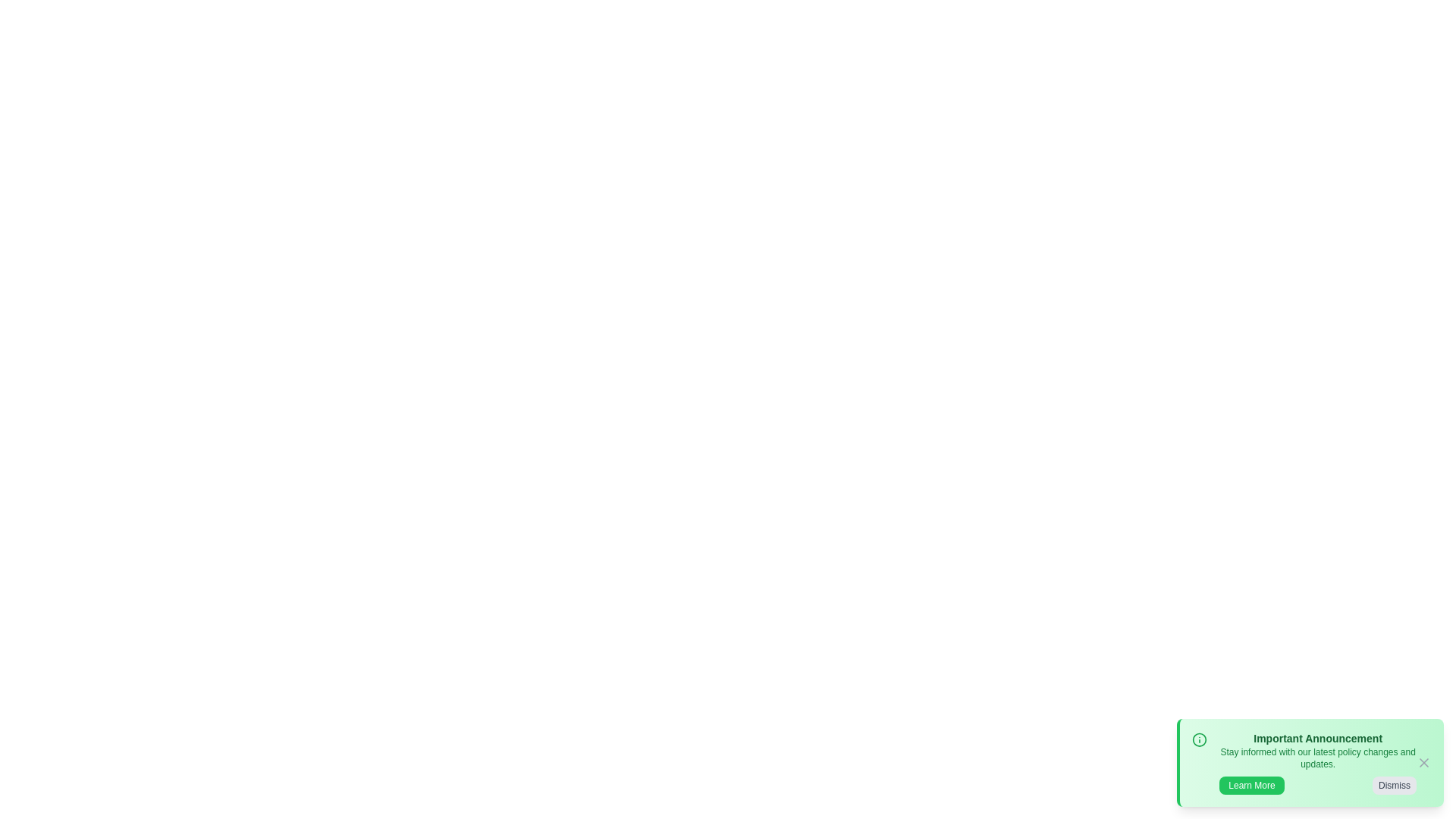 The height and width of the screenshot is (819, 1456). I want to click on 'X' icon to close the announcement, so click(1423, 763).